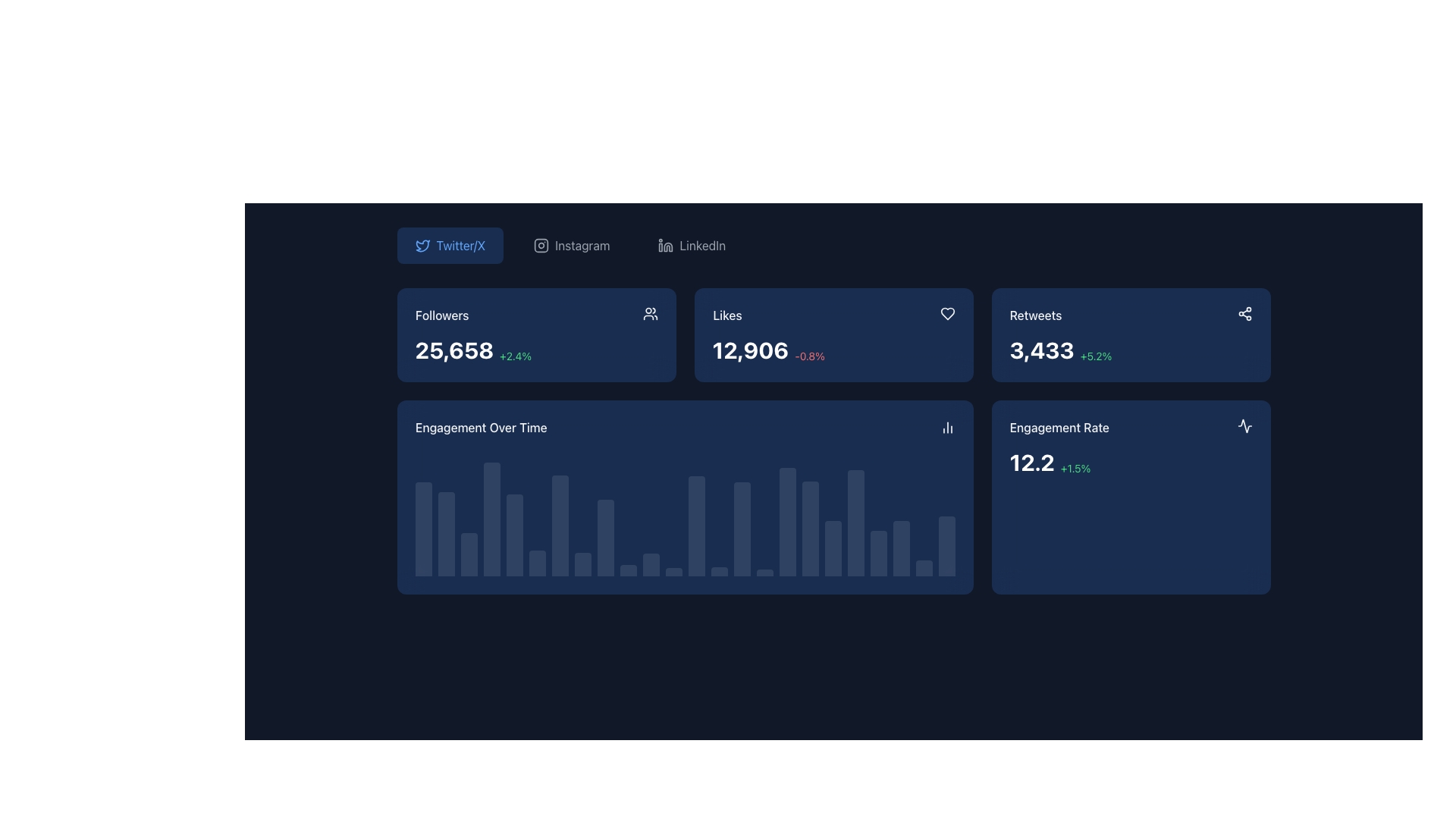 The width and height of the screenshot is (1456, 819). I want to click on the static text element displaying the percentage change '-0.8%' in red color, which is located within the 'Likes' information card, positioned to the right of the main numerical value '12,906', so click(807, 356).